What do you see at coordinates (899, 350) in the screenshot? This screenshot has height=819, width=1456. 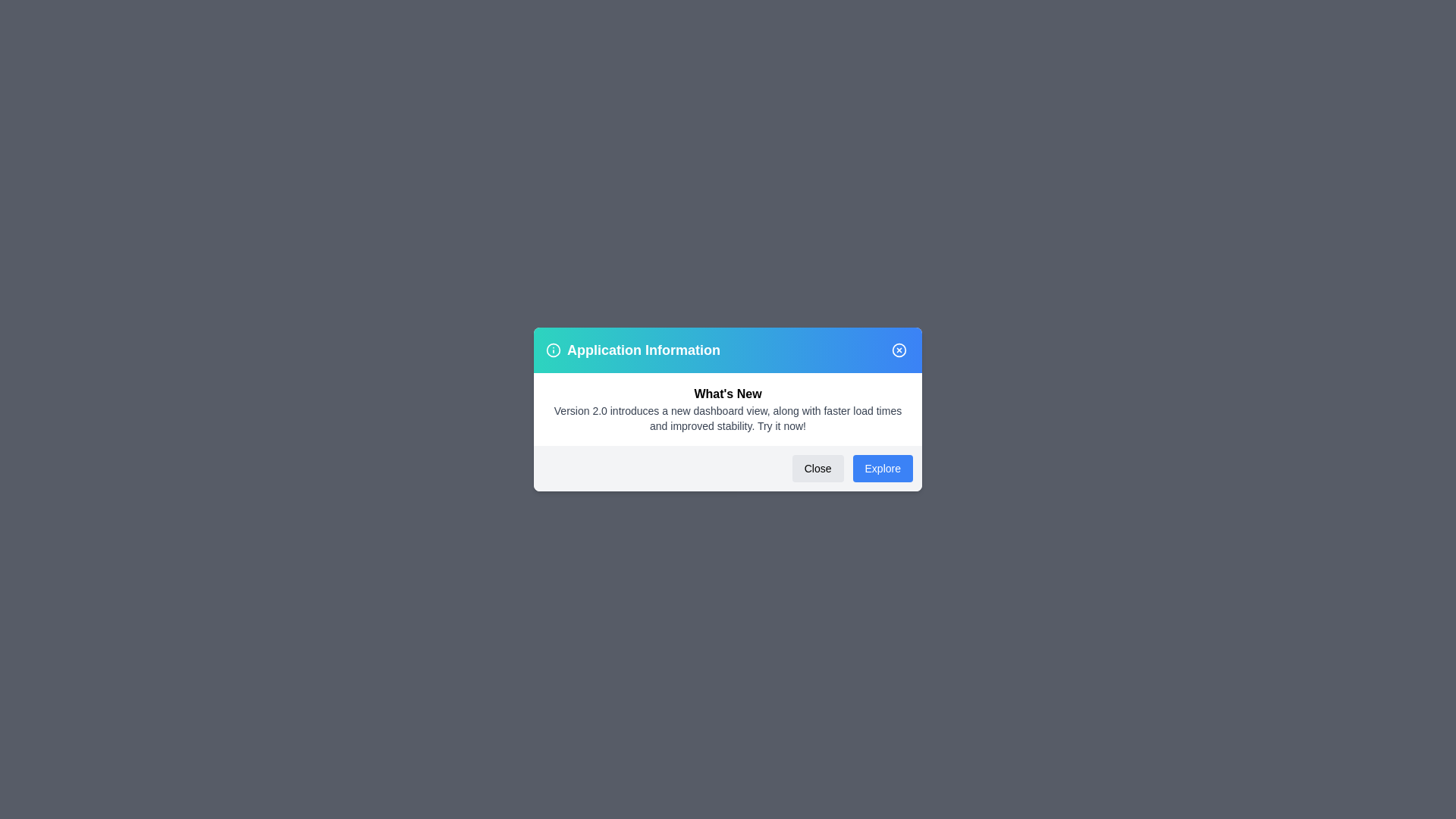 I see `the close button in the header of the dialog` at bounding box center [899, 350].